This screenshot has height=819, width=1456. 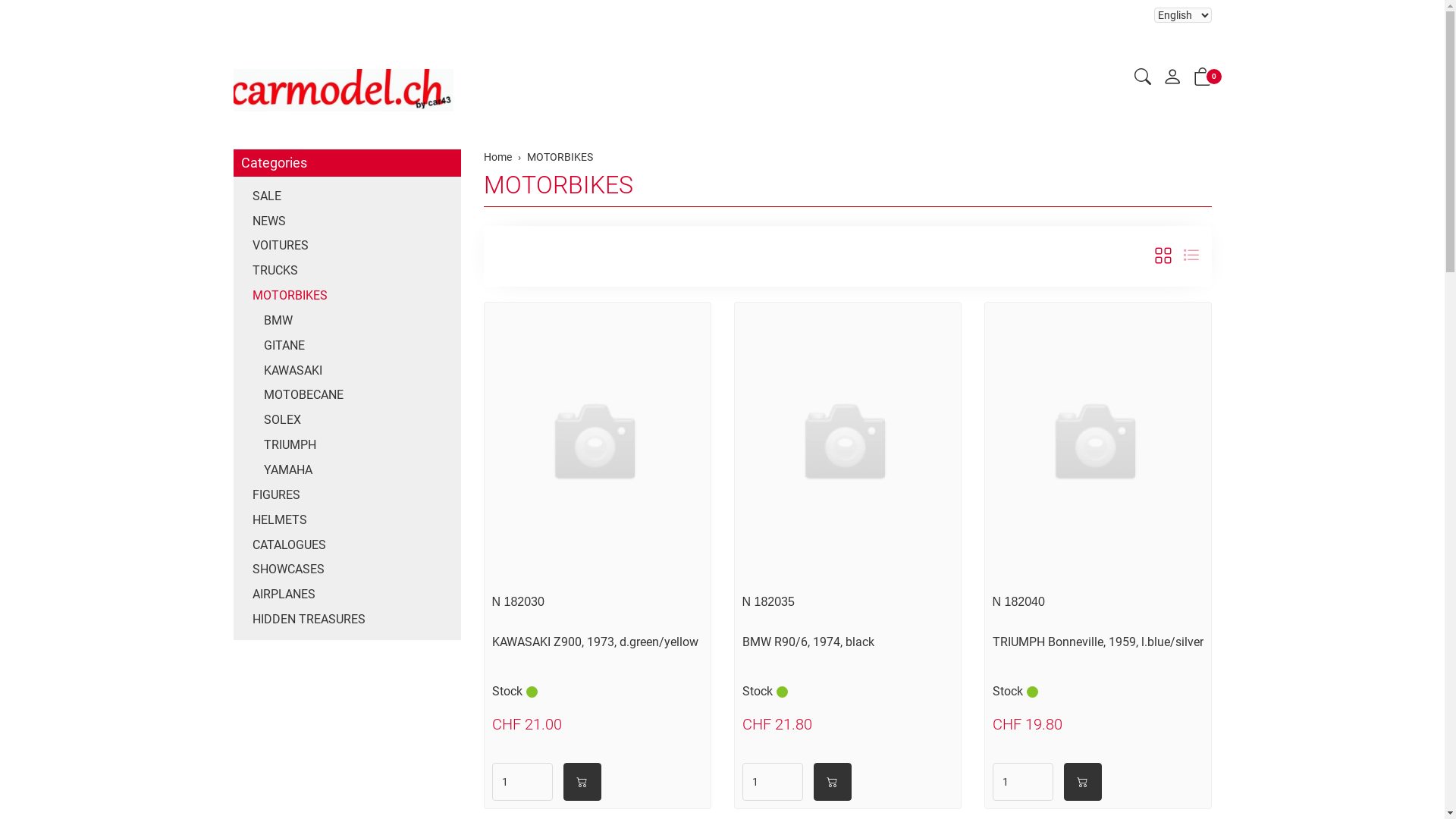 What do you see at coordinates (240, 270) in the screenshot?
I see `'TRUCKS'` at bounding box center [240, 270].